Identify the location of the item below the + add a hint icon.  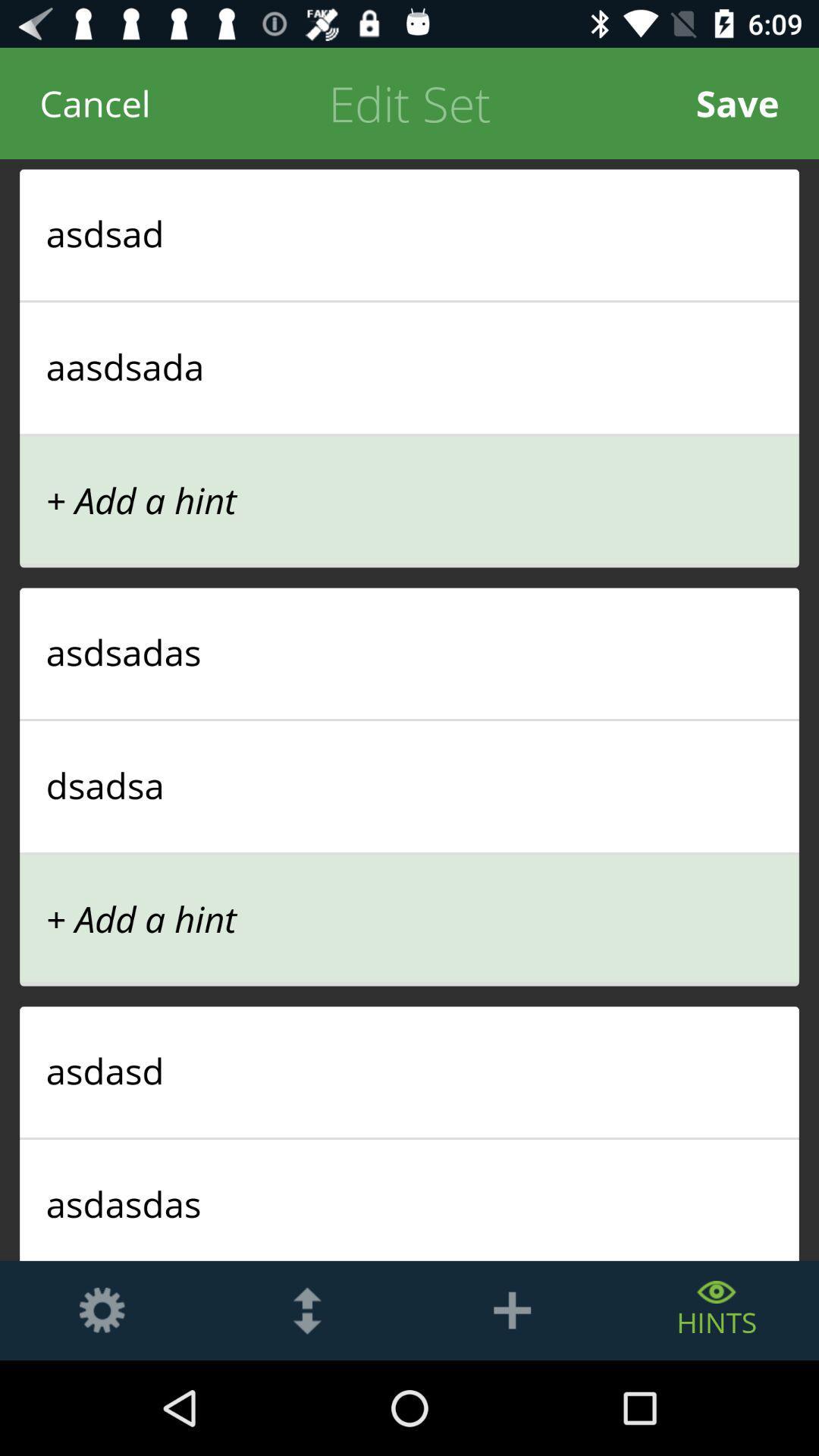
(409, 651).